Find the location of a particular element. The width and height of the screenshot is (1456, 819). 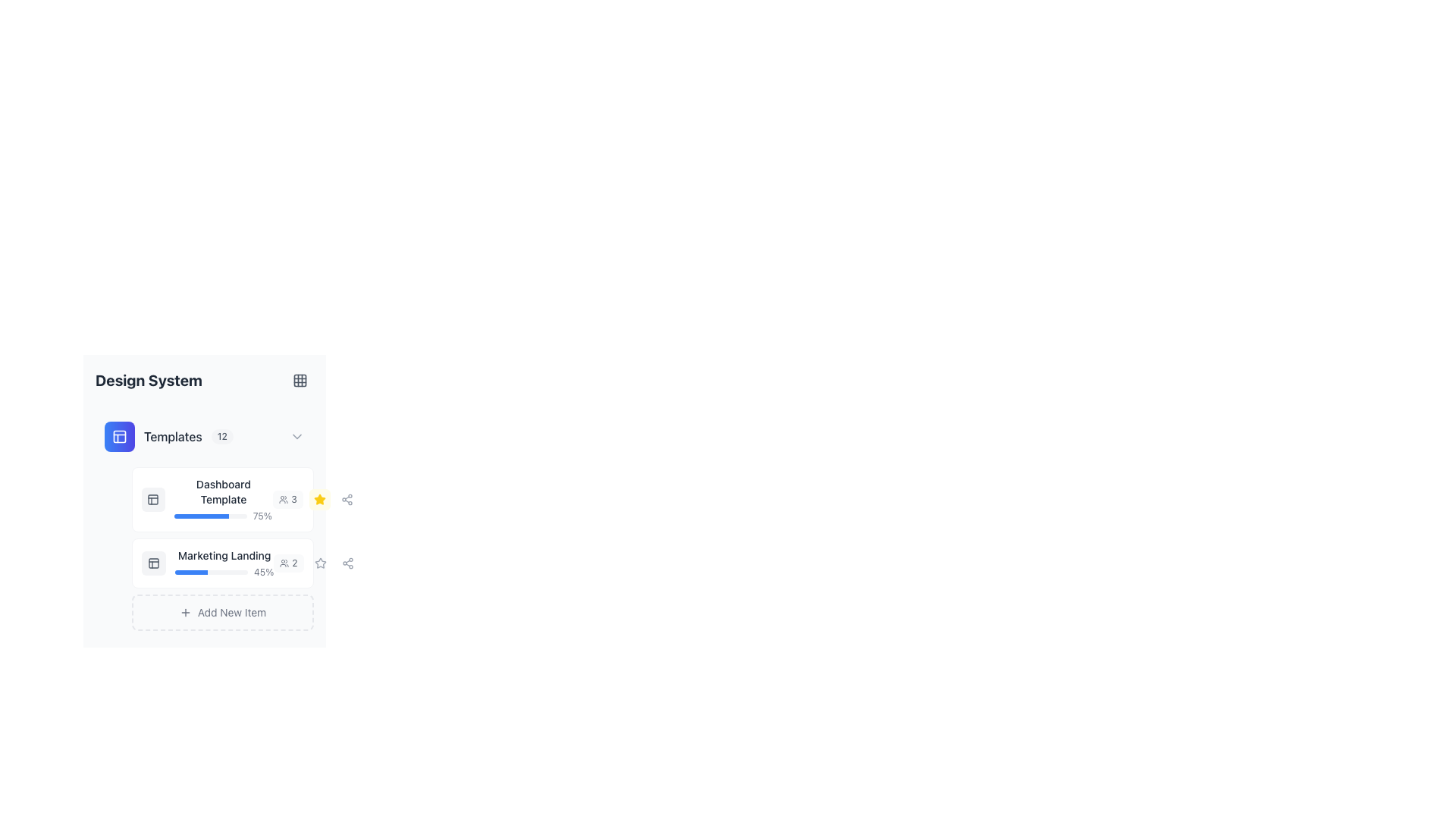

the share icon associated with the 'Marketing Landing' item in the 'Templates' section, located on the far right-hand side of the second list item is located at coordinates (347, 563).